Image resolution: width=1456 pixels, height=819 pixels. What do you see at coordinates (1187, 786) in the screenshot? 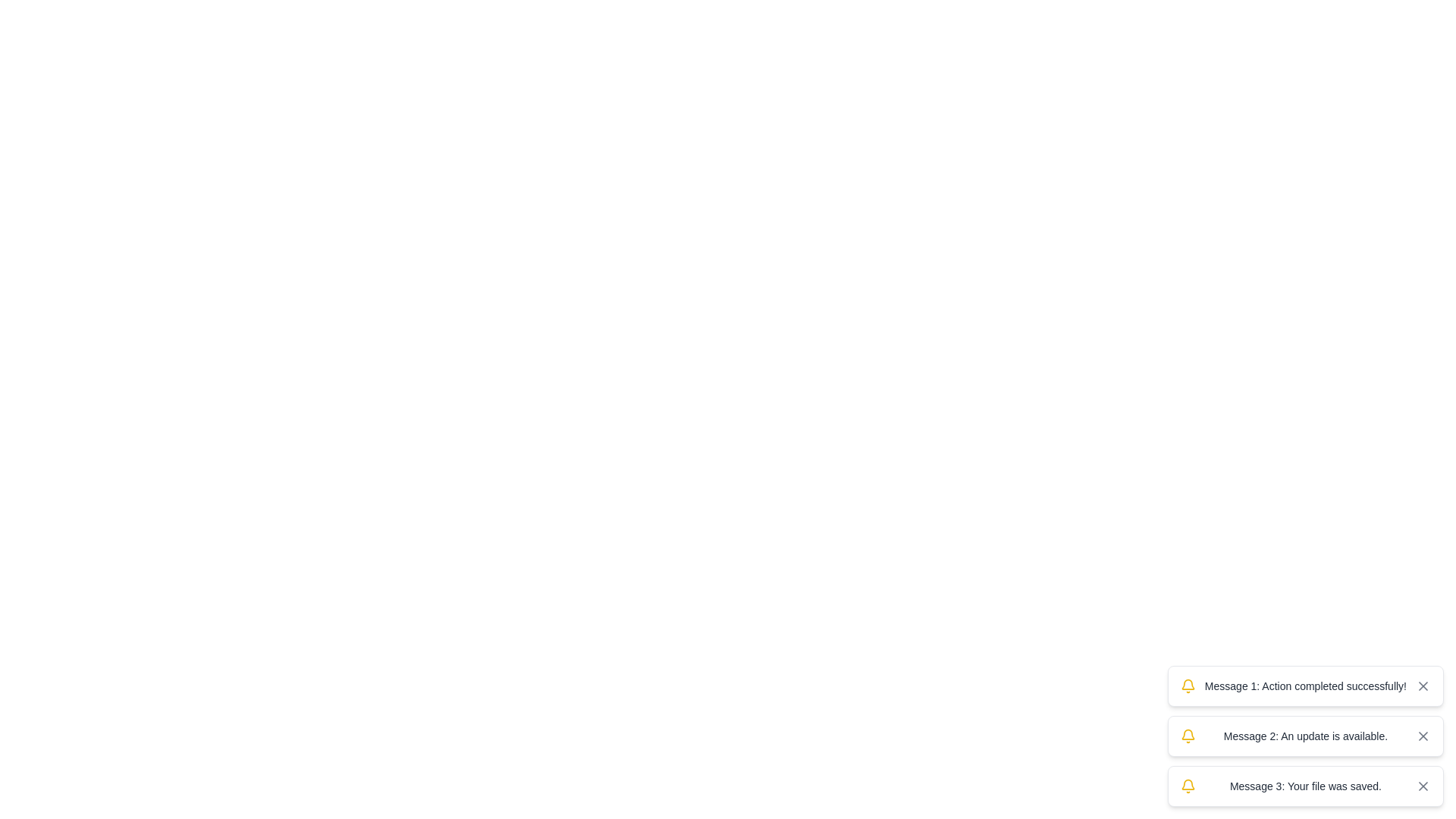
I see `the bell-shaped icon with a yellow hue, which is located at the leftmost part of the third notification card next to the text 'Message 3: Your file was saved.'` at bounding box center [1187, 786].